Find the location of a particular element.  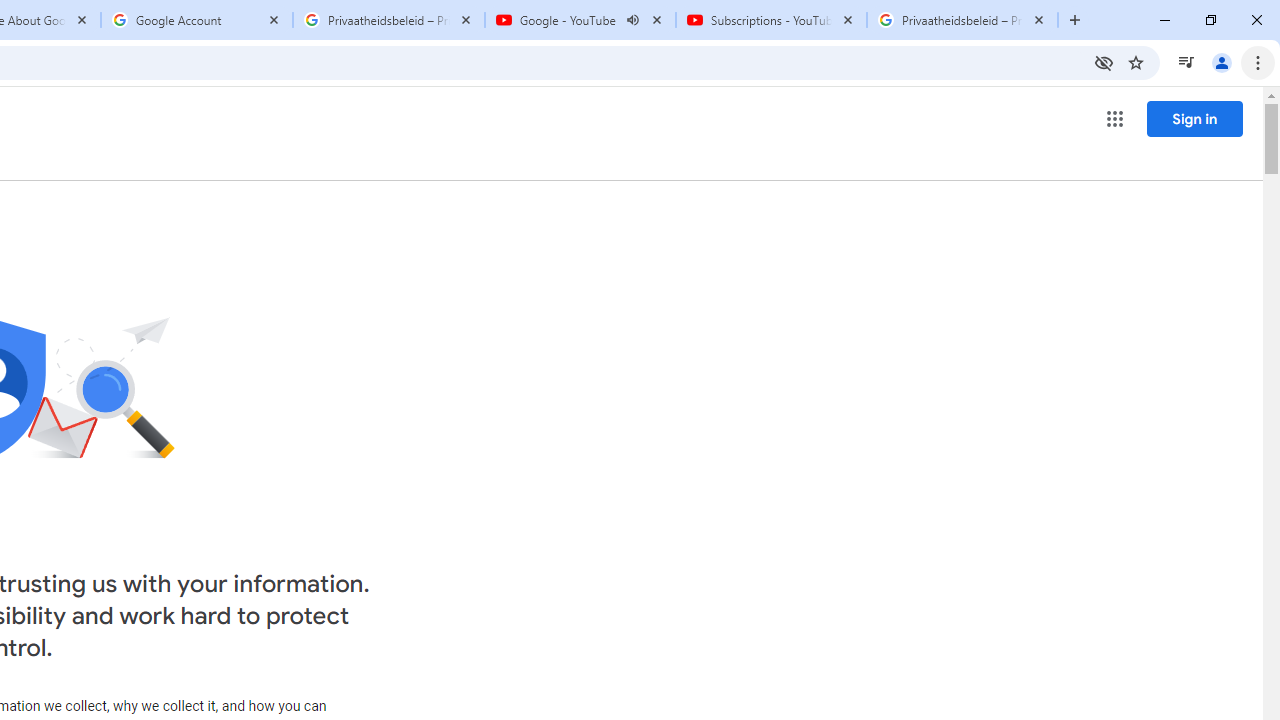

'Subscriptions - YouTube' is located at coordinates (770, 20).